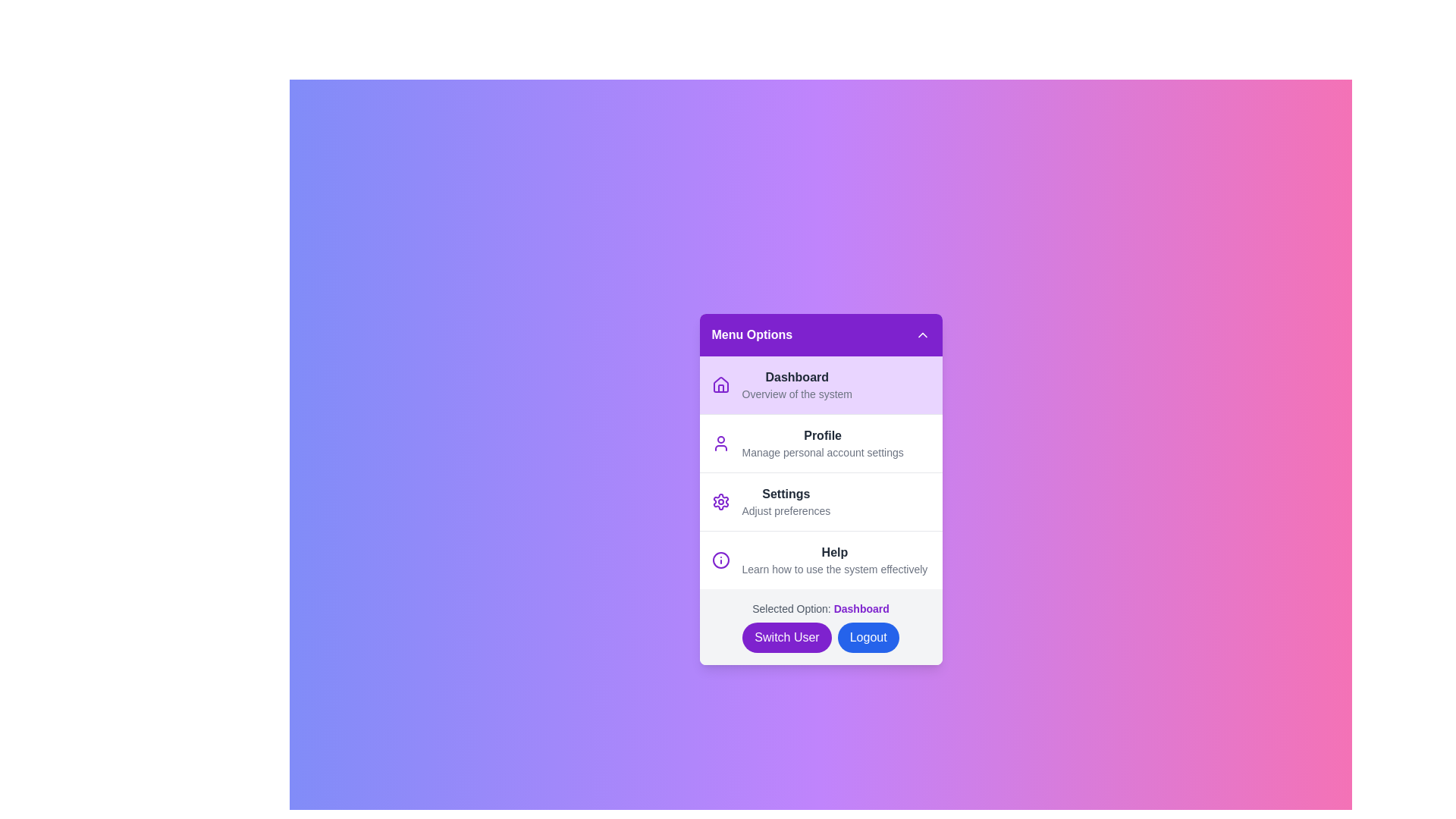 This screenshot has width=1456, height=819. Describe the element at coordinates (820, 559) in the screenshot. I see `the menu item Help from the sidebar menu` at that location.